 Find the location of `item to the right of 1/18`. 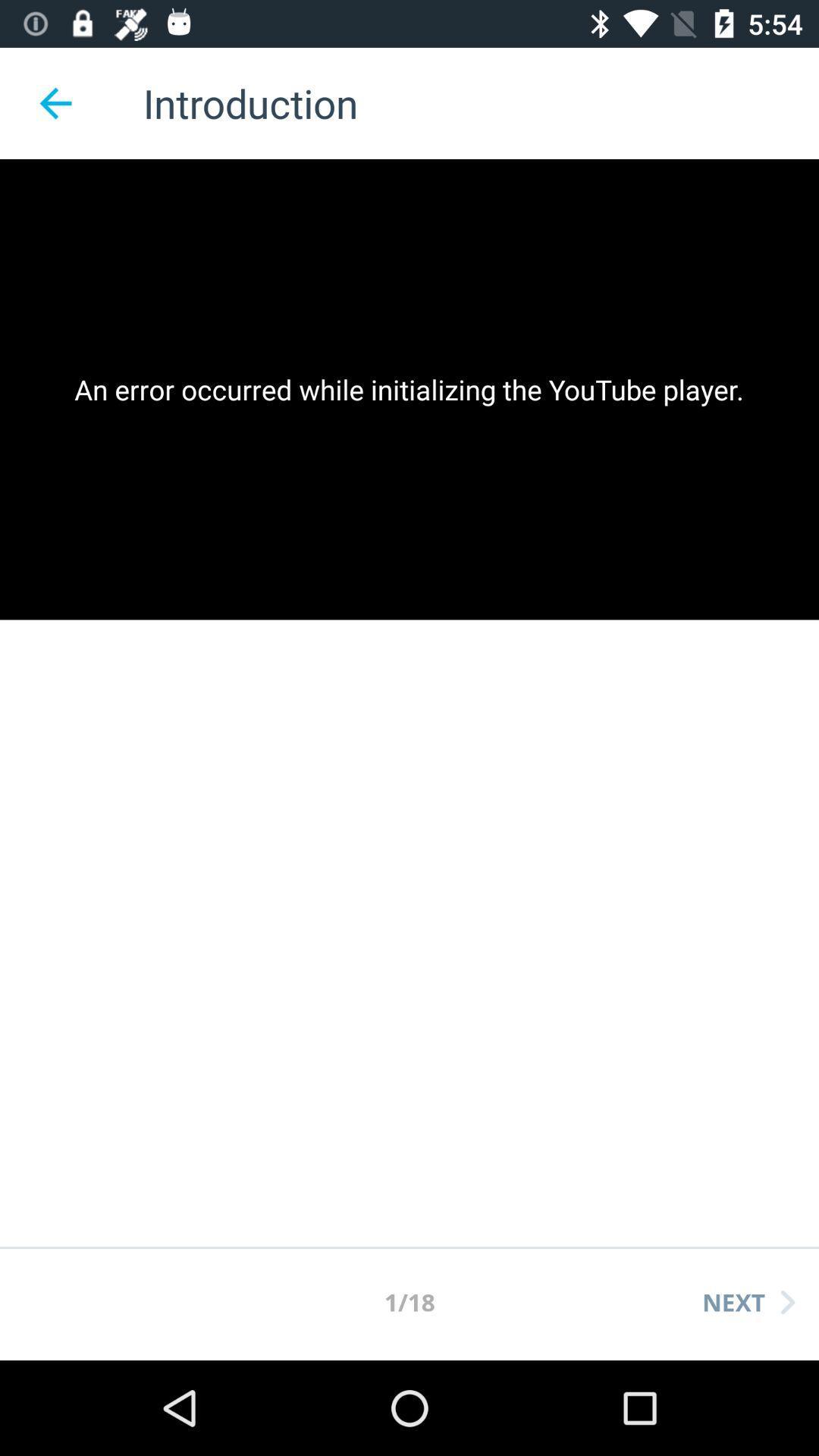

item to the right of 1/18 is located at coordinates (748, 1301).